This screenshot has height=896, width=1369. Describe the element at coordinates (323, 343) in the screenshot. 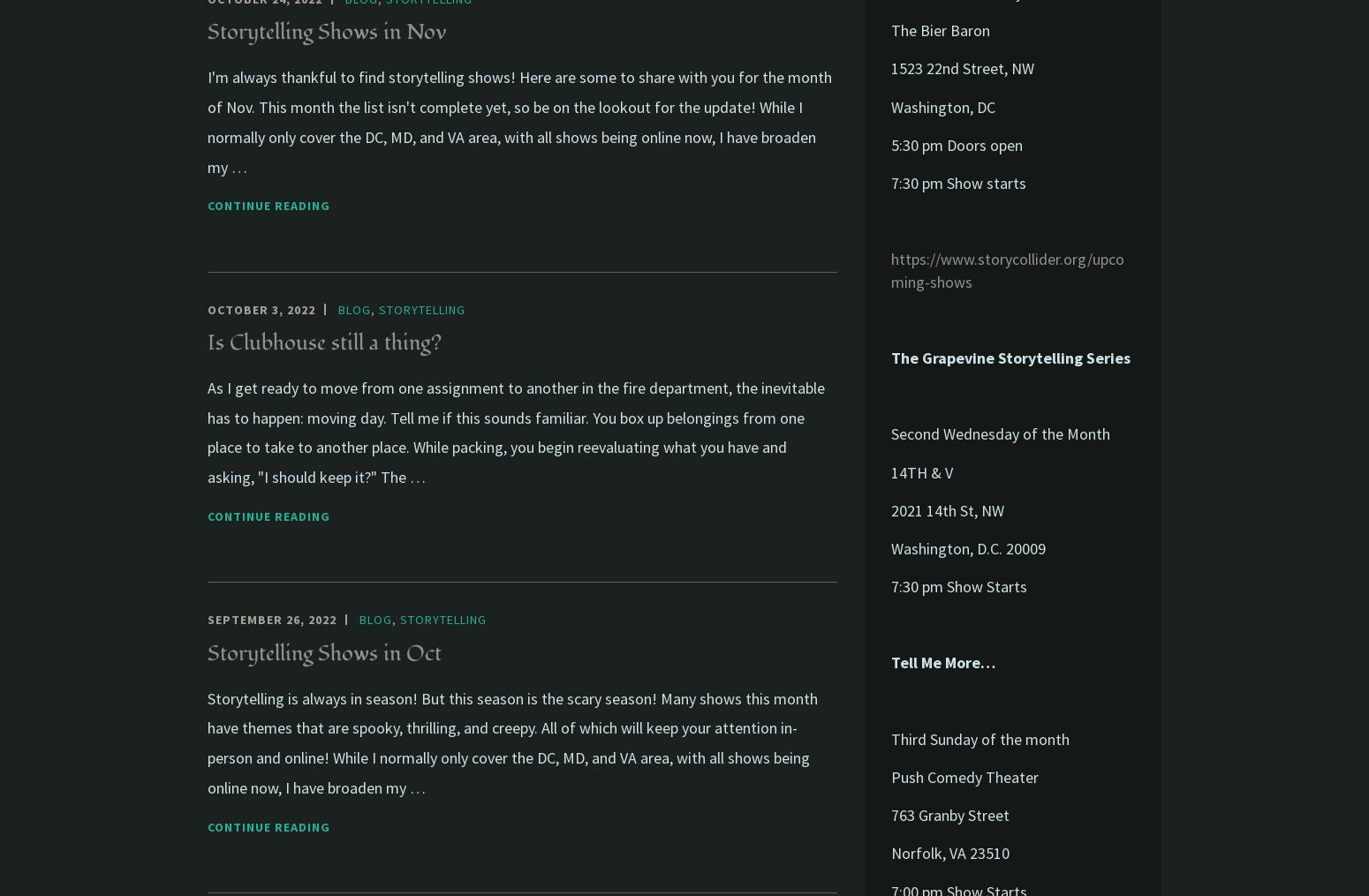

I see `'Is Clubhouse still a thing?'` at that location.